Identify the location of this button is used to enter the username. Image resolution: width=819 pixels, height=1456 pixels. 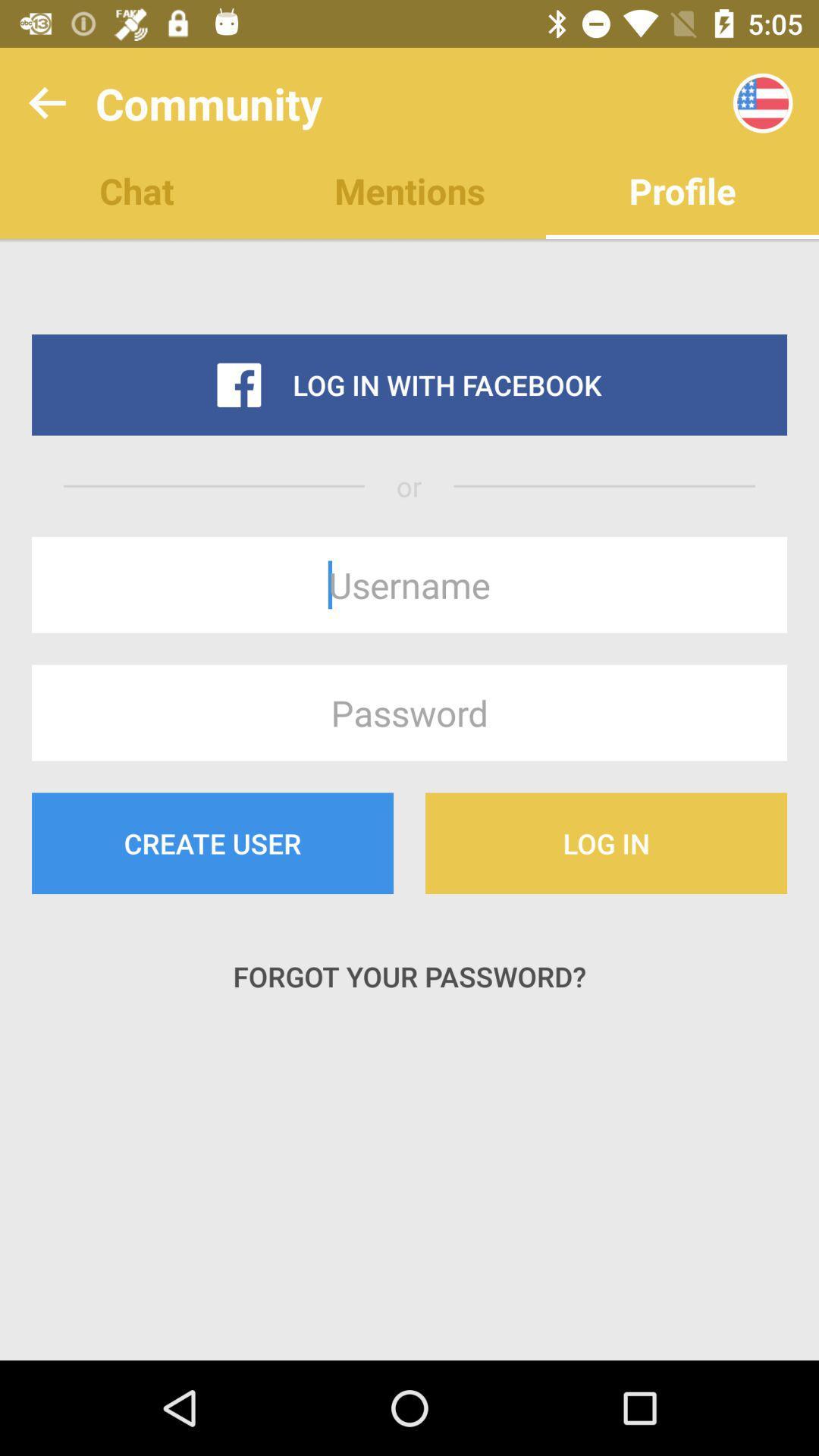
(409, 584).